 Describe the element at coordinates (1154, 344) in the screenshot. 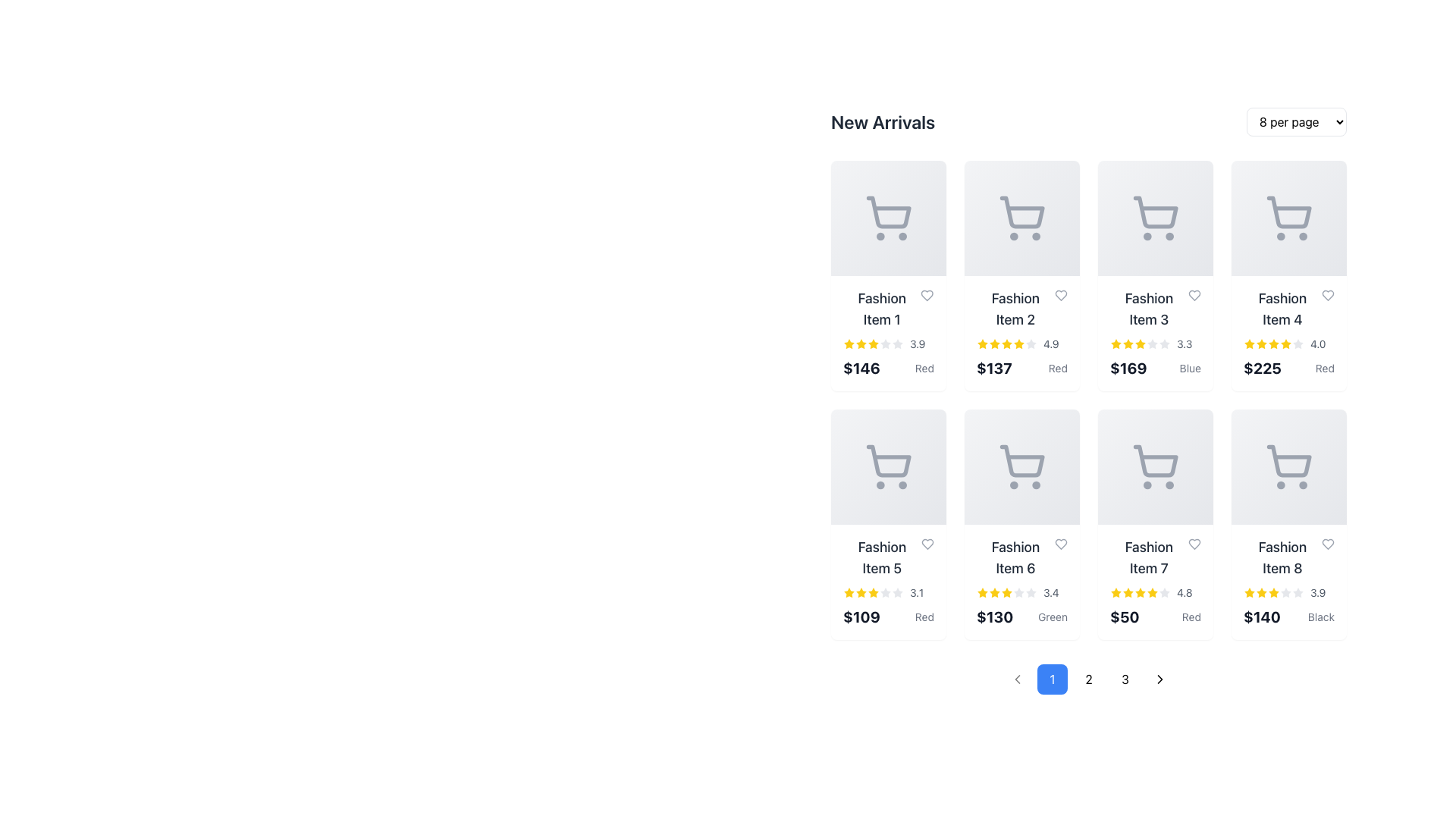

I see `the rating stars of the 'Fashion Item 3'` at that location.